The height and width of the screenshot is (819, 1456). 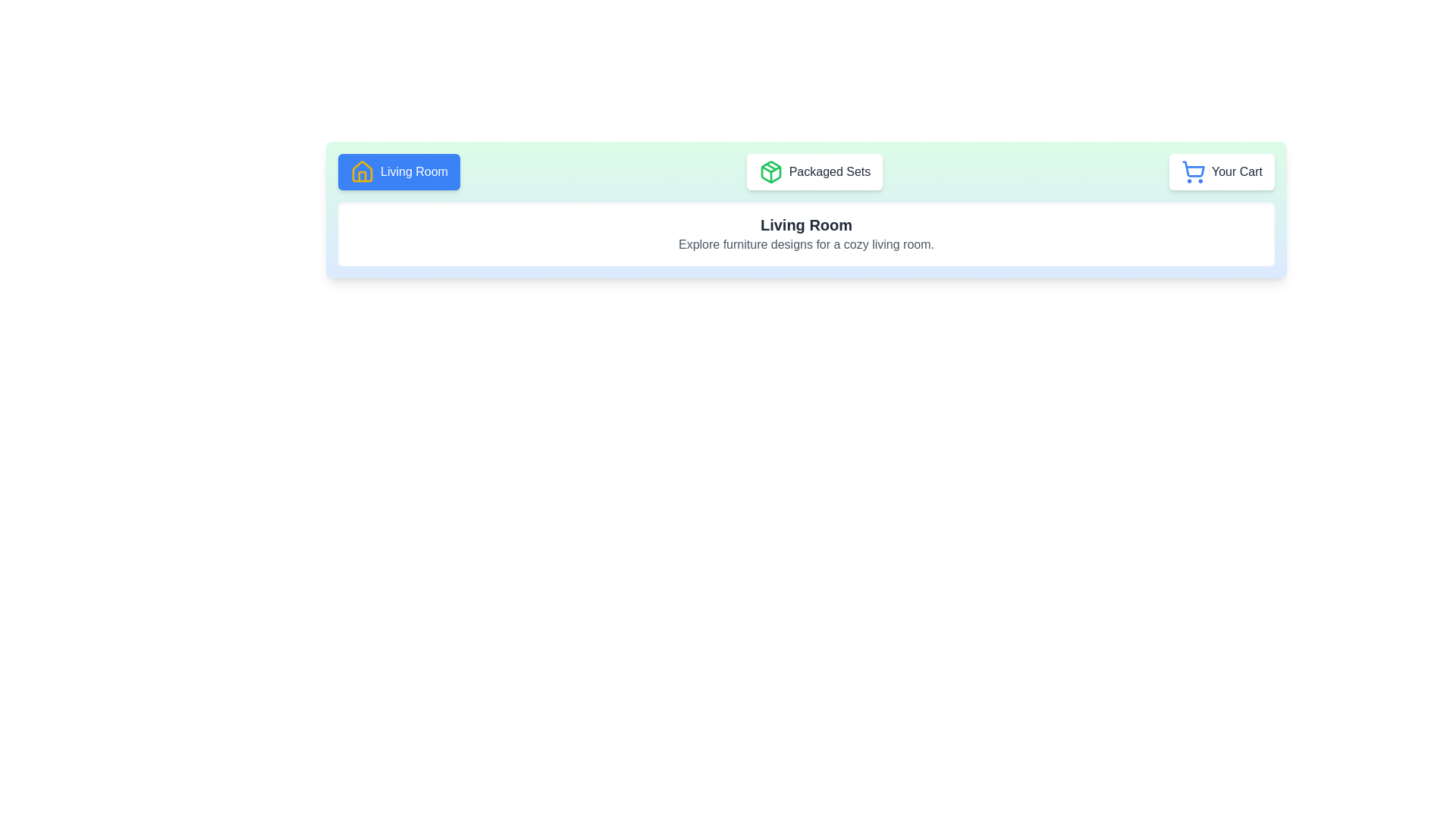 What do you see at coordinates (399, 171) in the screenshot?
I see `the button labeled Living Room` at bounding box center [399, 171].